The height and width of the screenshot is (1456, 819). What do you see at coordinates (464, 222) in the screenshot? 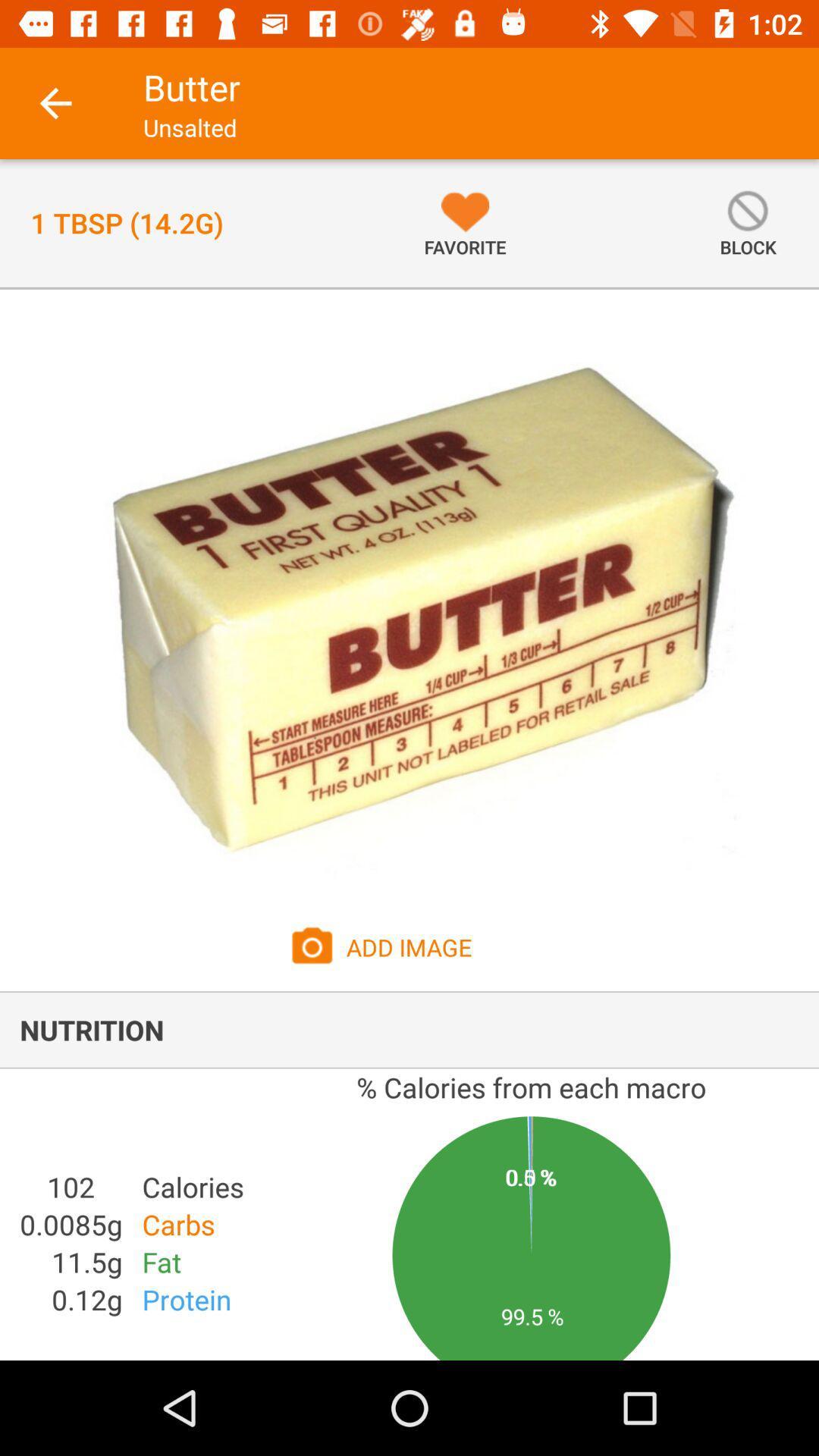
I see `item to the right of the 1 tbsp 14 item` at bounding box center [464, 222].